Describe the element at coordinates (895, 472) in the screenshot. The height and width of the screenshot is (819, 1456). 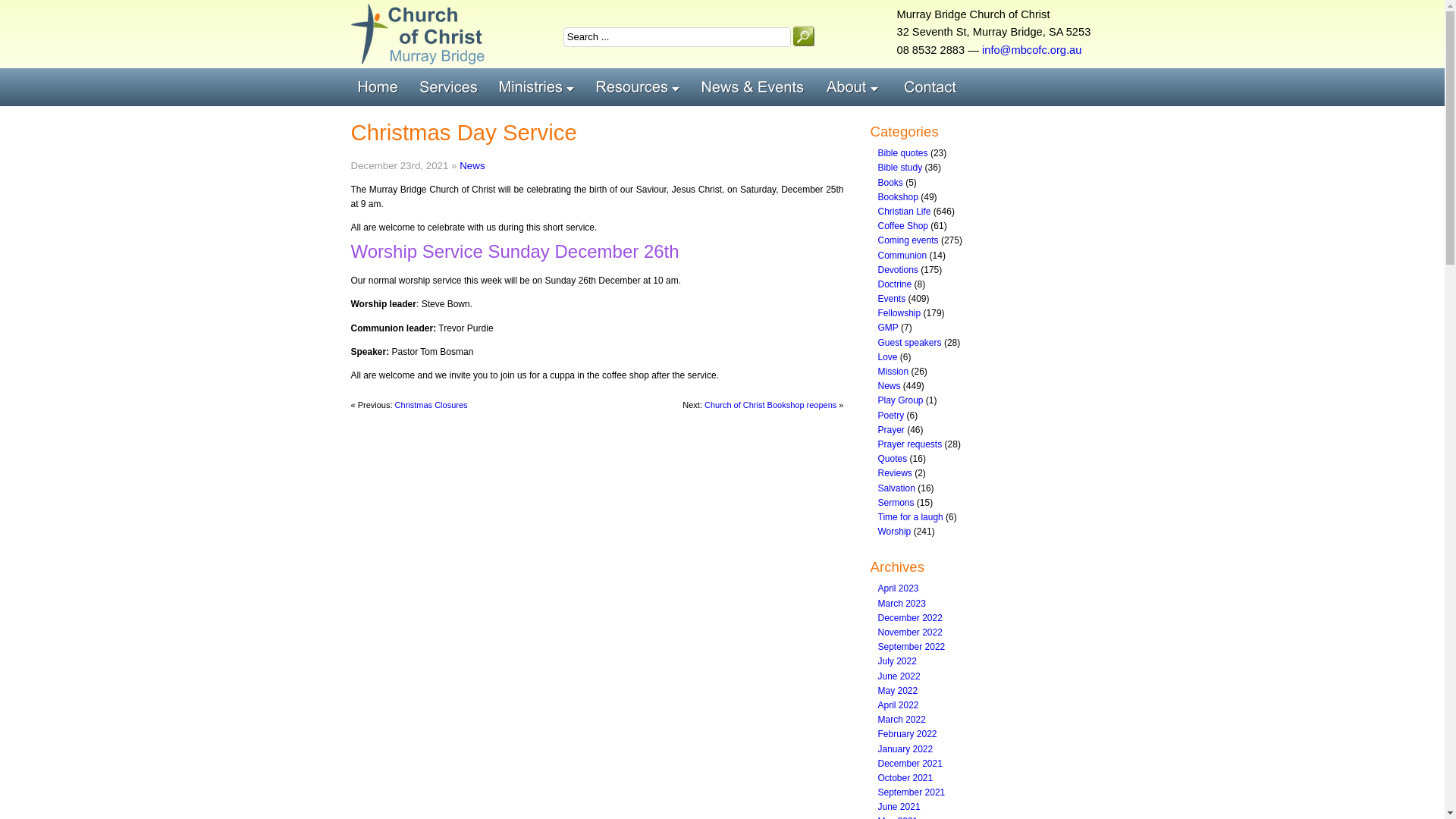
I see `'Reviews'` at that location.